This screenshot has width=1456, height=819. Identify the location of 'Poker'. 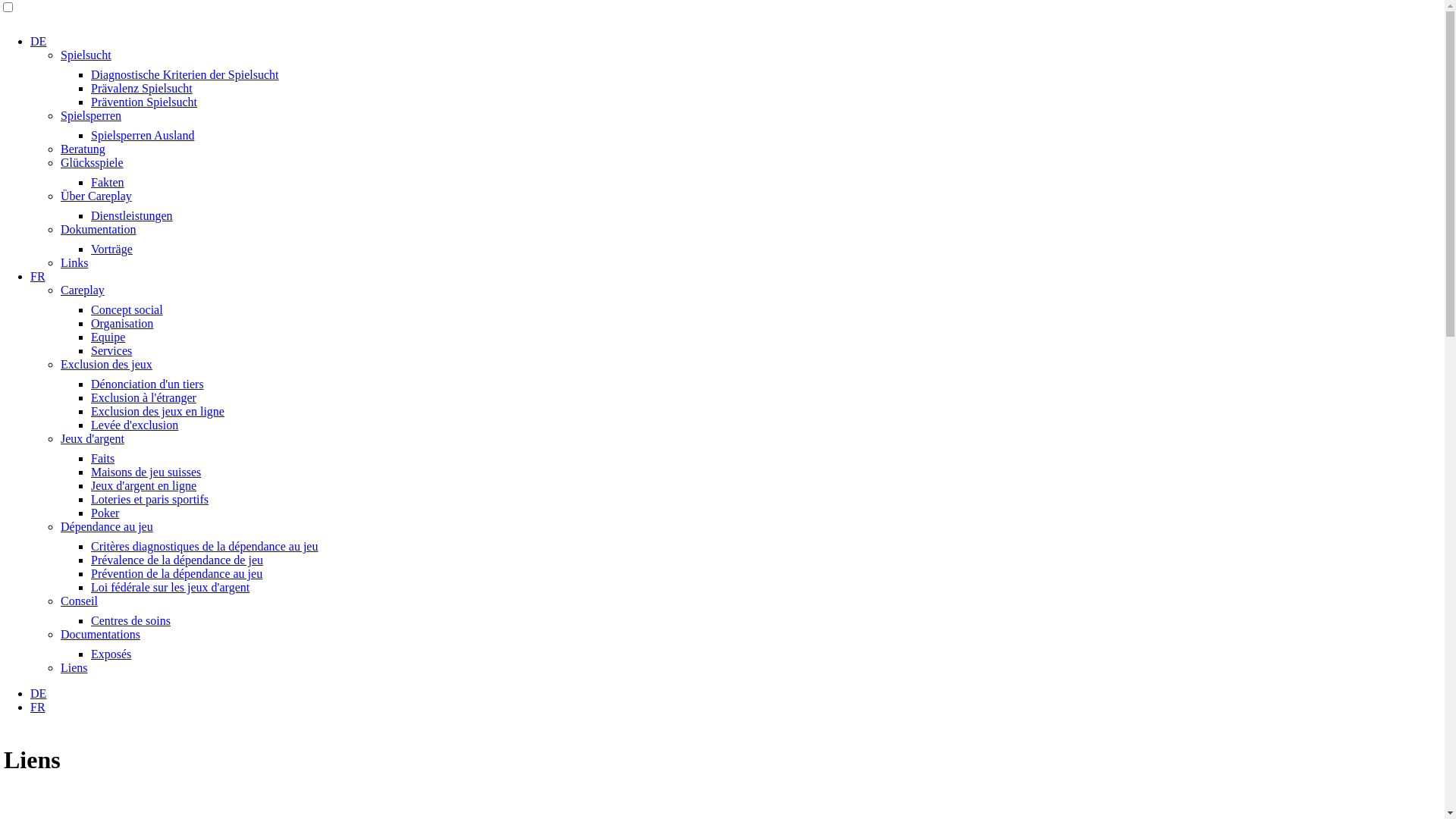
(104, 512).